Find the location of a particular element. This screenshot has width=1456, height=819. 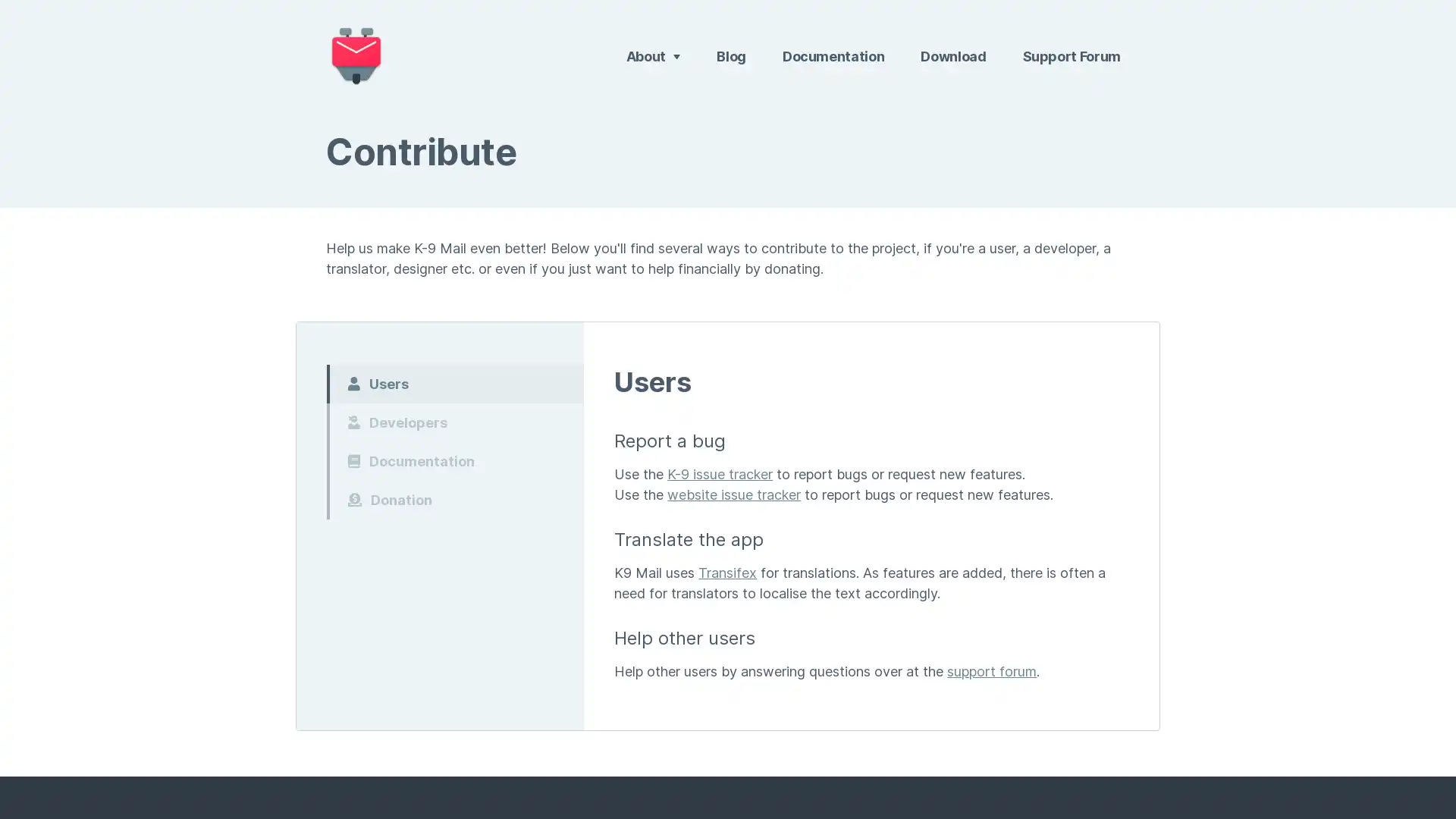

Users is located at coordinates (454, 382).